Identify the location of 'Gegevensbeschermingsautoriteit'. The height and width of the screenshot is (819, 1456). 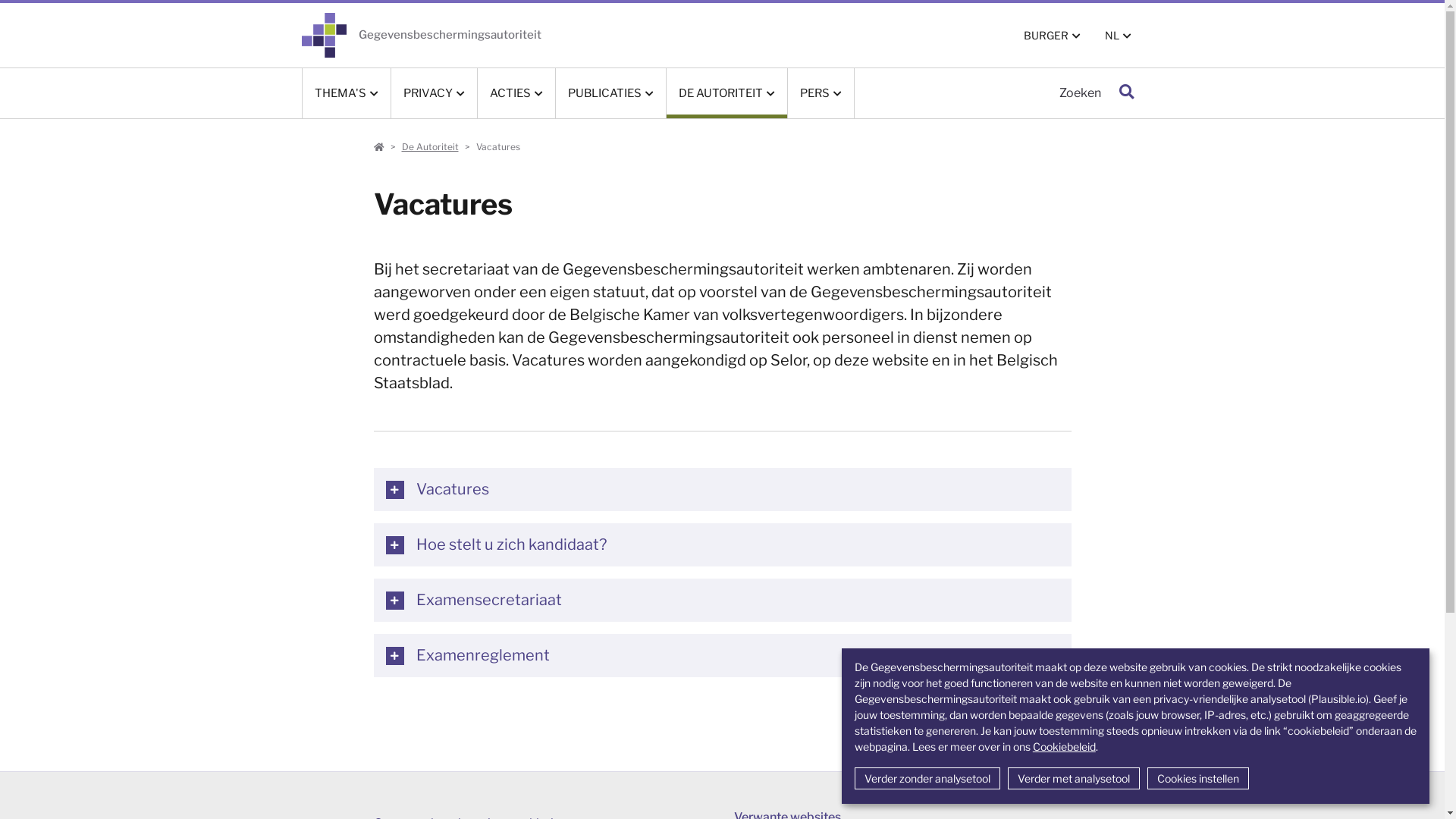
(422, 34).